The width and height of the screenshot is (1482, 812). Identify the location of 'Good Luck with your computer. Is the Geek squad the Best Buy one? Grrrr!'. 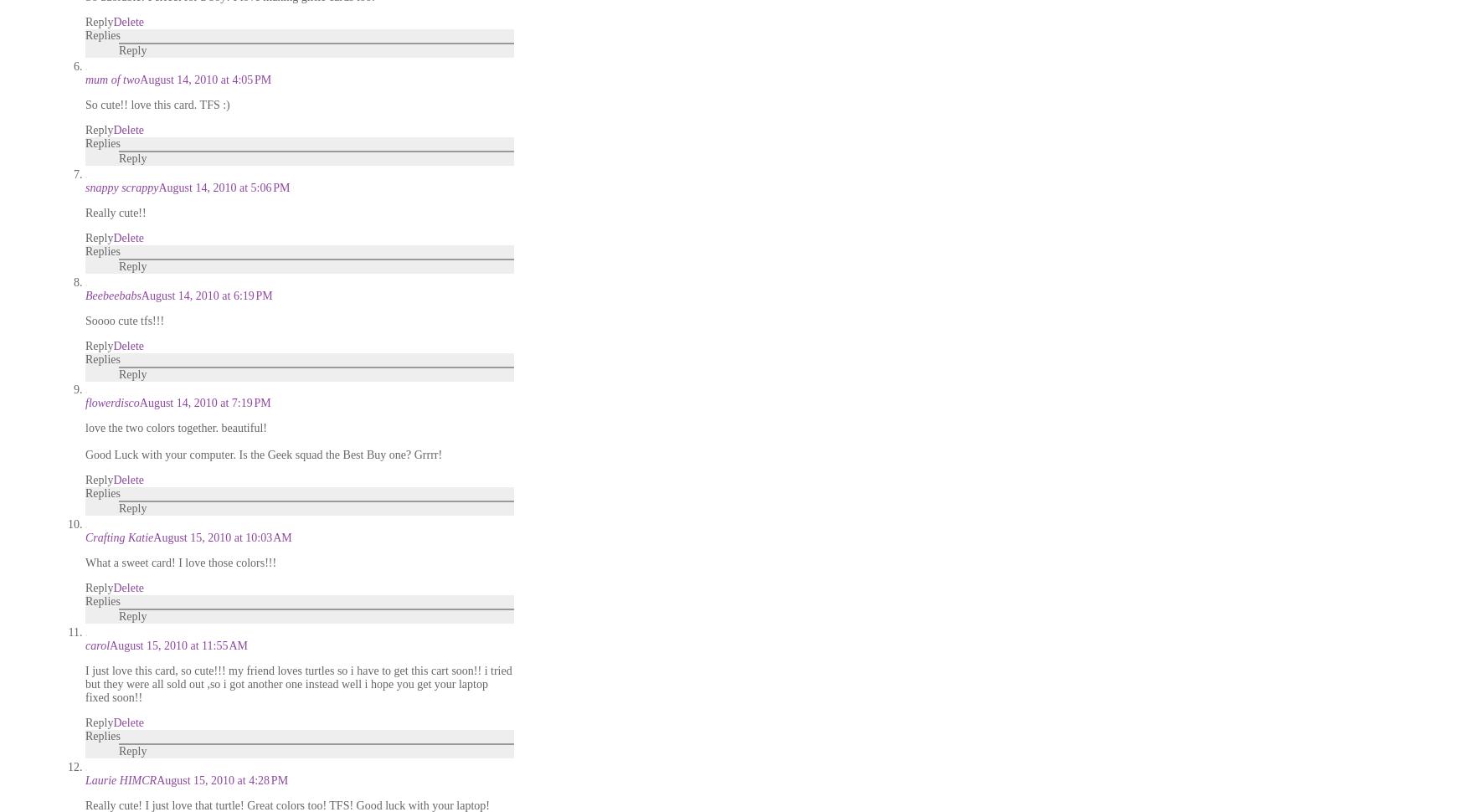
(263, 454).